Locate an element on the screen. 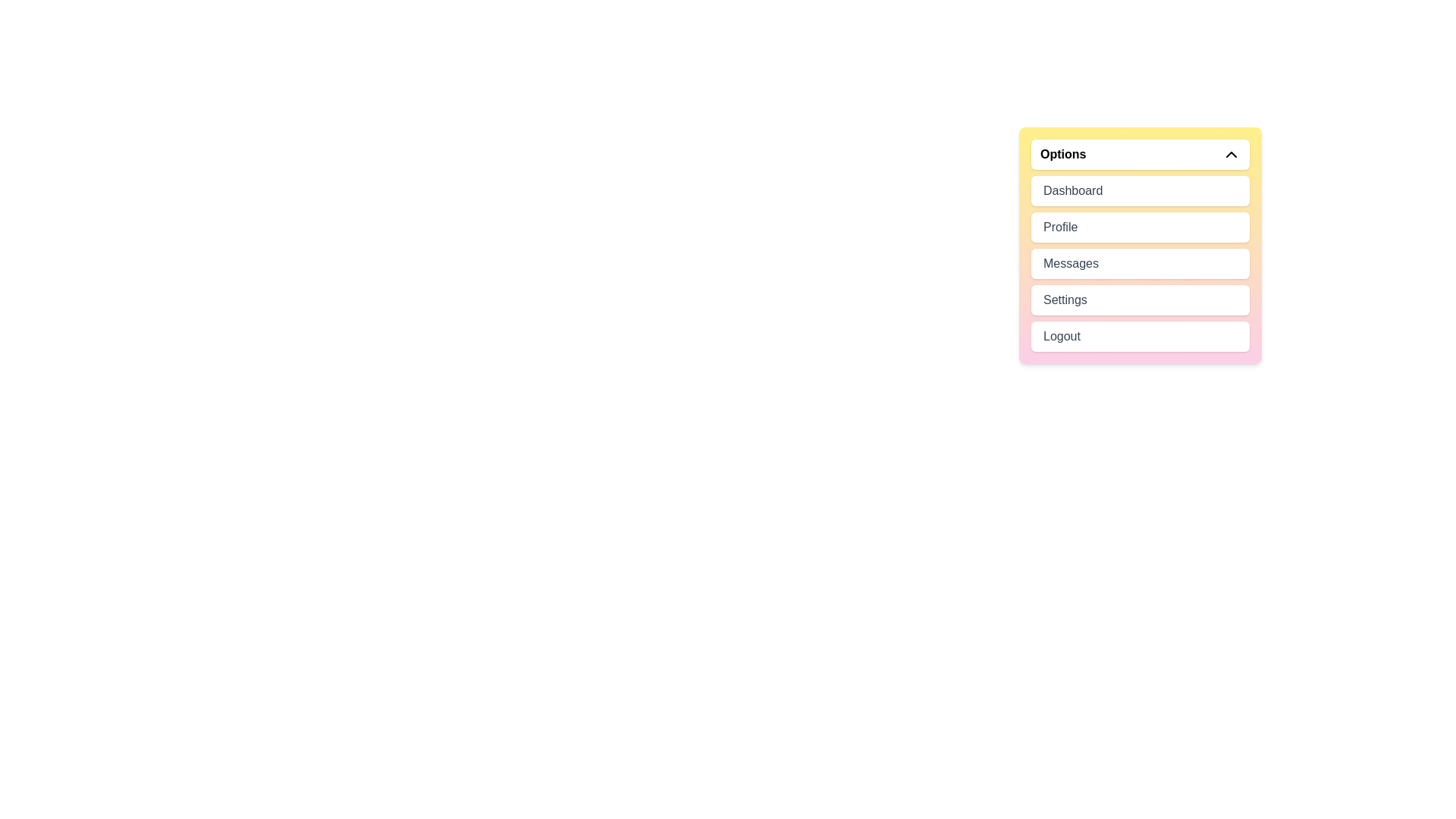  the menu item Profile to highlight it is located at coordinates (1140, 227).